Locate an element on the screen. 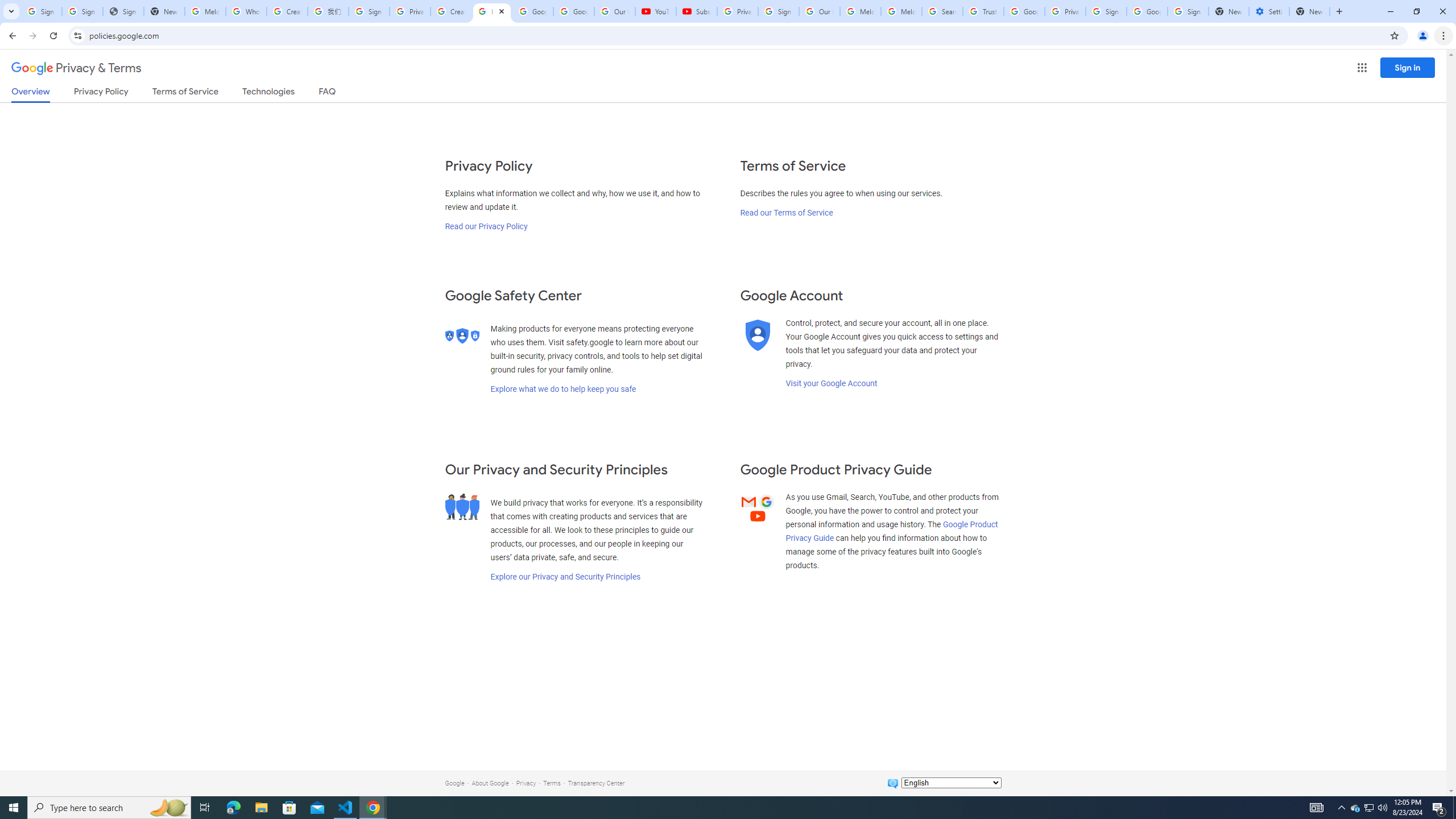  'YouTube' is located at coordinates (656, 11).